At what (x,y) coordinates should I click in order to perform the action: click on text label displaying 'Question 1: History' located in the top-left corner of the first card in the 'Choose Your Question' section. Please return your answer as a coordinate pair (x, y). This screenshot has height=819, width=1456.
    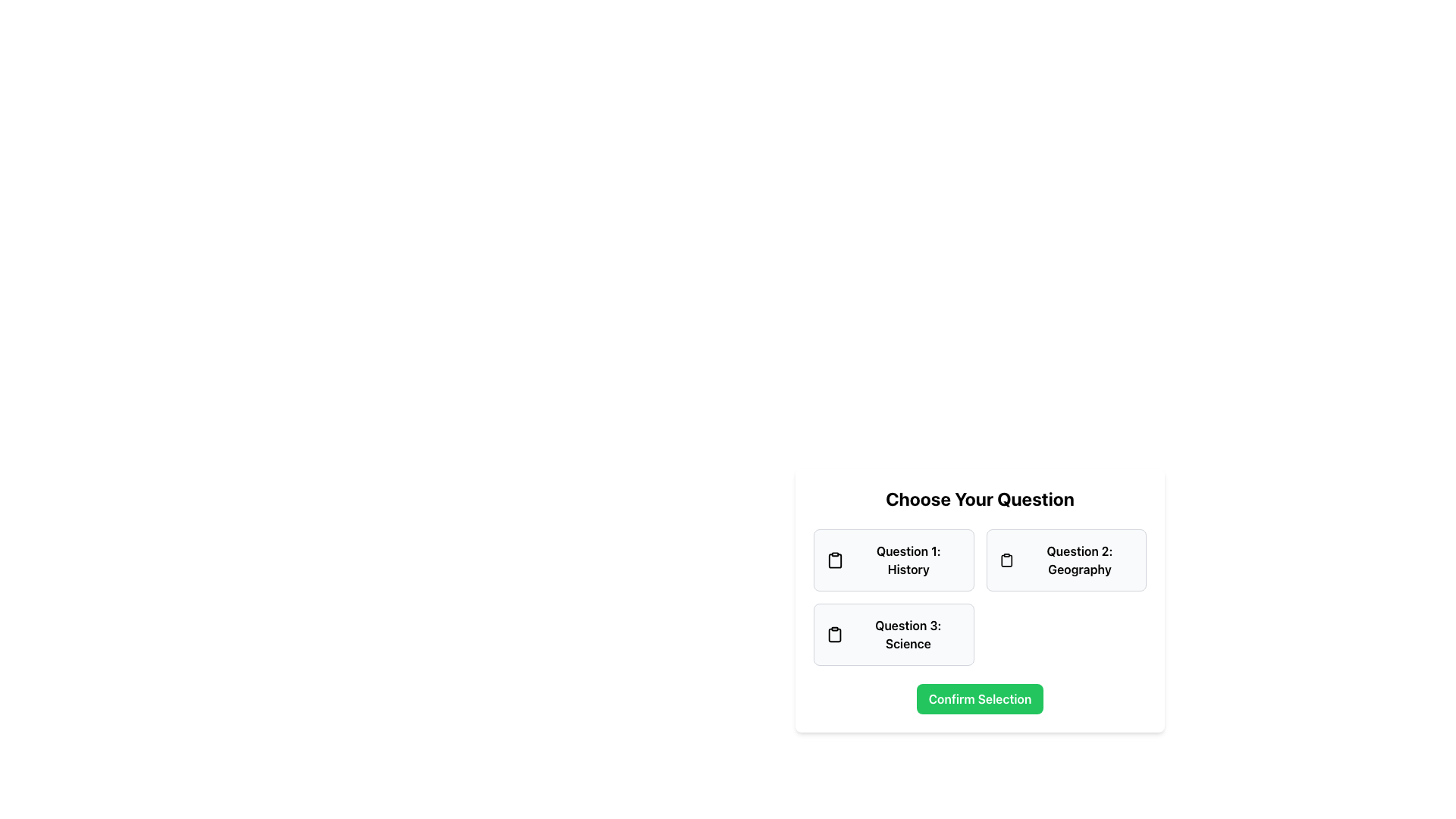
    Looking at the image, I should click on (908, 560).